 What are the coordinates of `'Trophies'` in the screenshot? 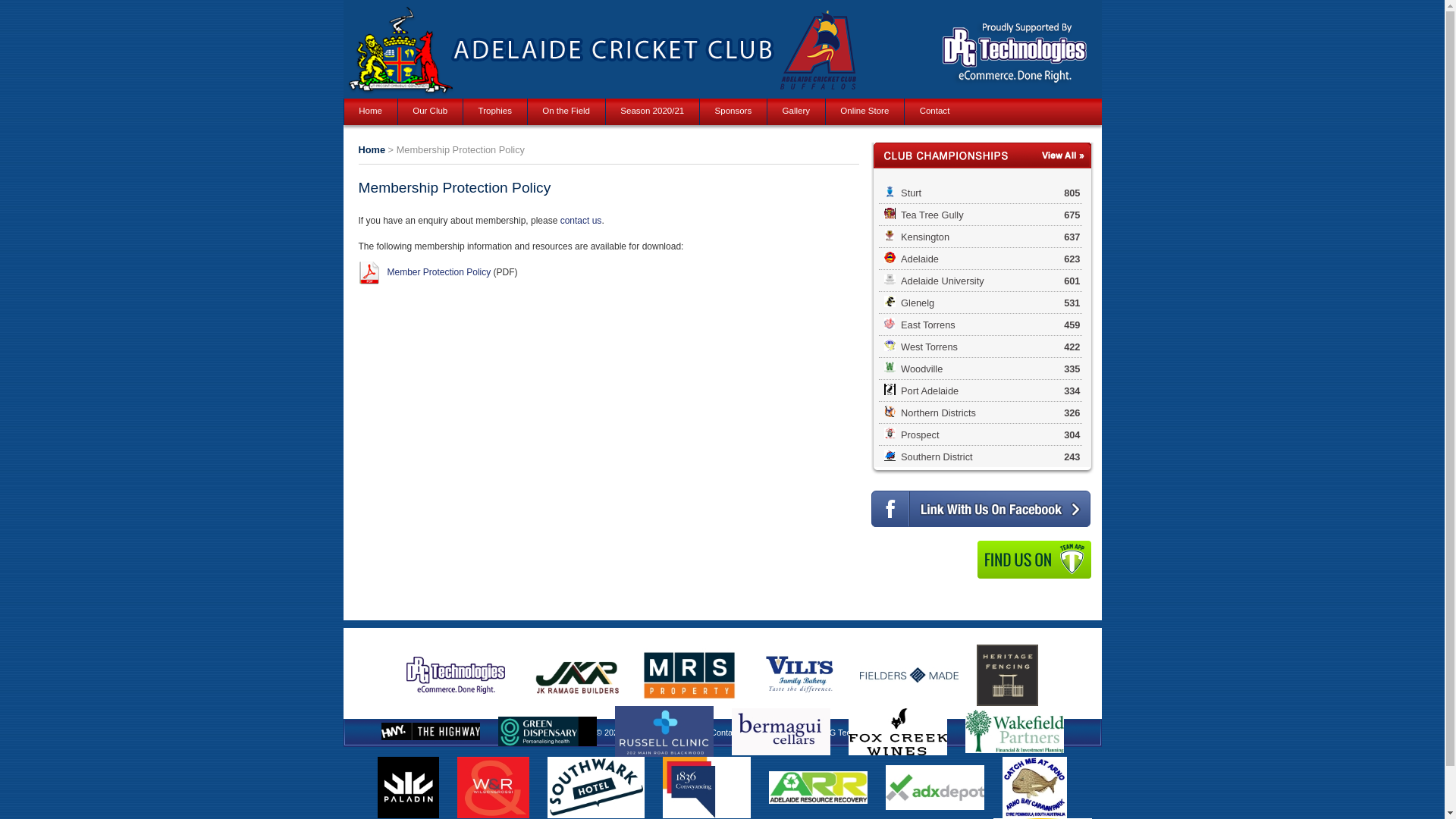 It's located at (494, 110).